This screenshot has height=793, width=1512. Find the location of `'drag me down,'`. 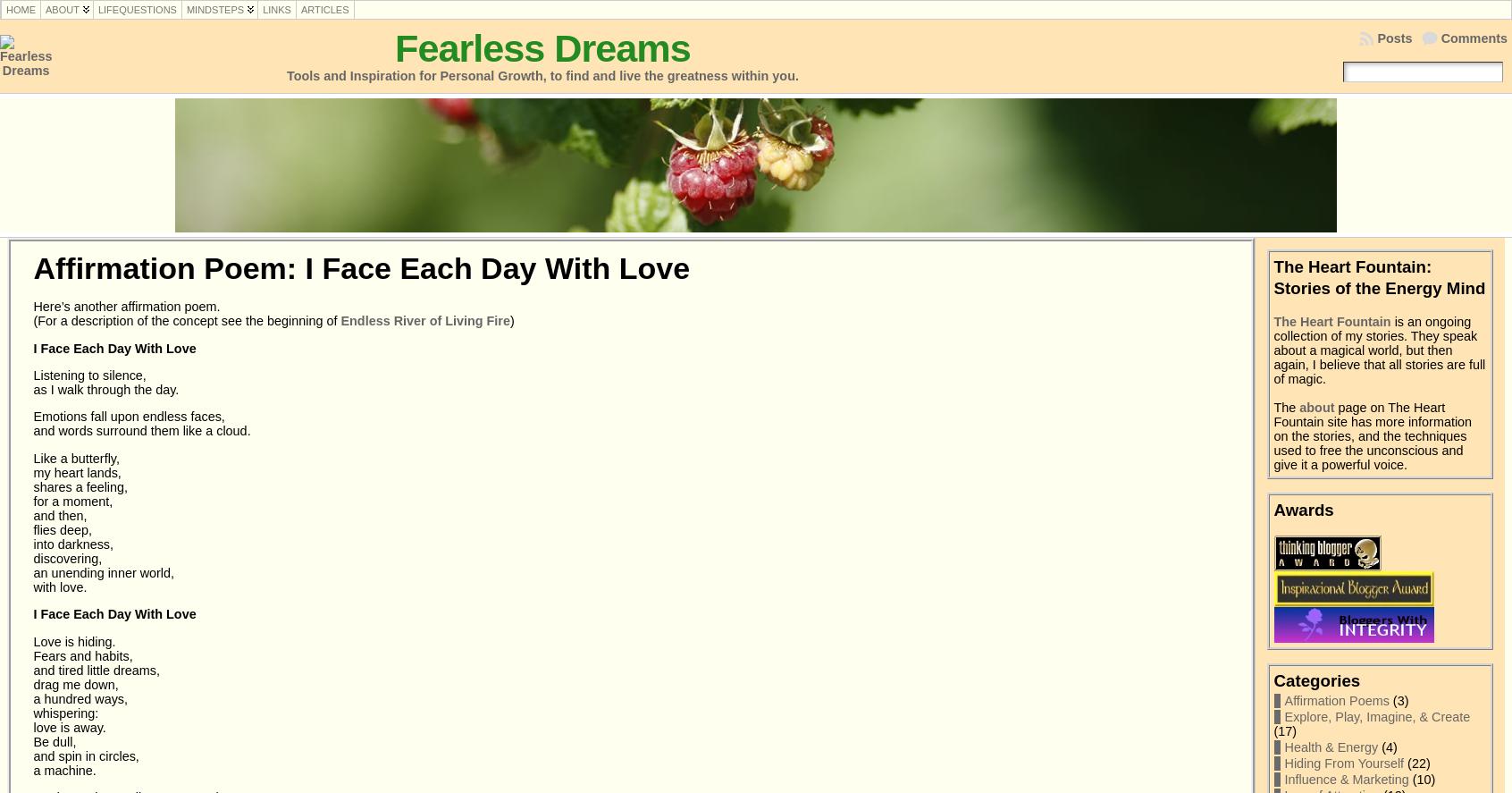

'drag me down,' is located at coordinates (75, 683).